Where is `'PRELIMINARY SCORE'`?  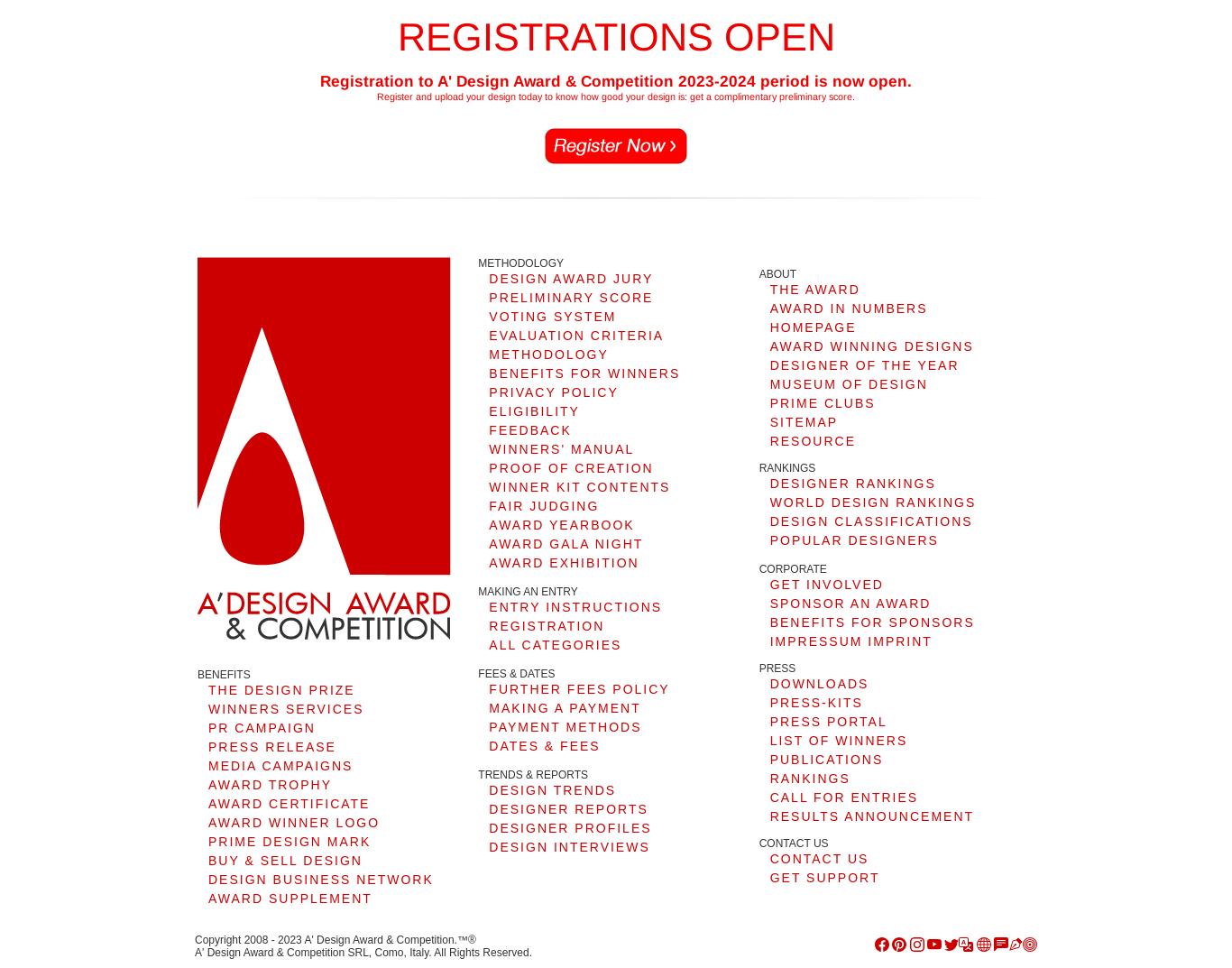 'PRELIMINARY SCORE' is located at coordinates (489, 296).